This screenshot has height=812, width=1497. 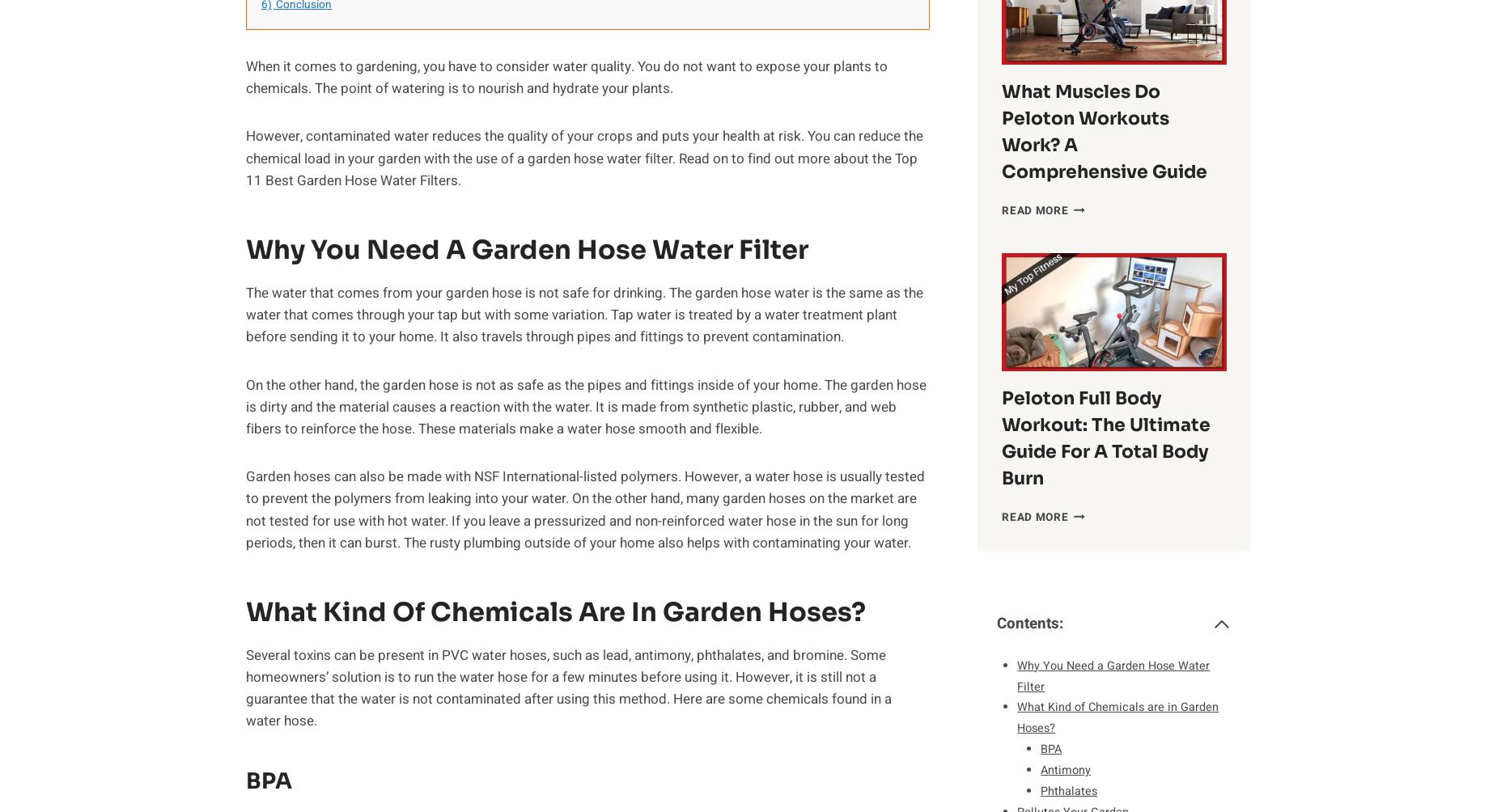 I want to click on 'Phthalates', so click(x=1068, y=790).